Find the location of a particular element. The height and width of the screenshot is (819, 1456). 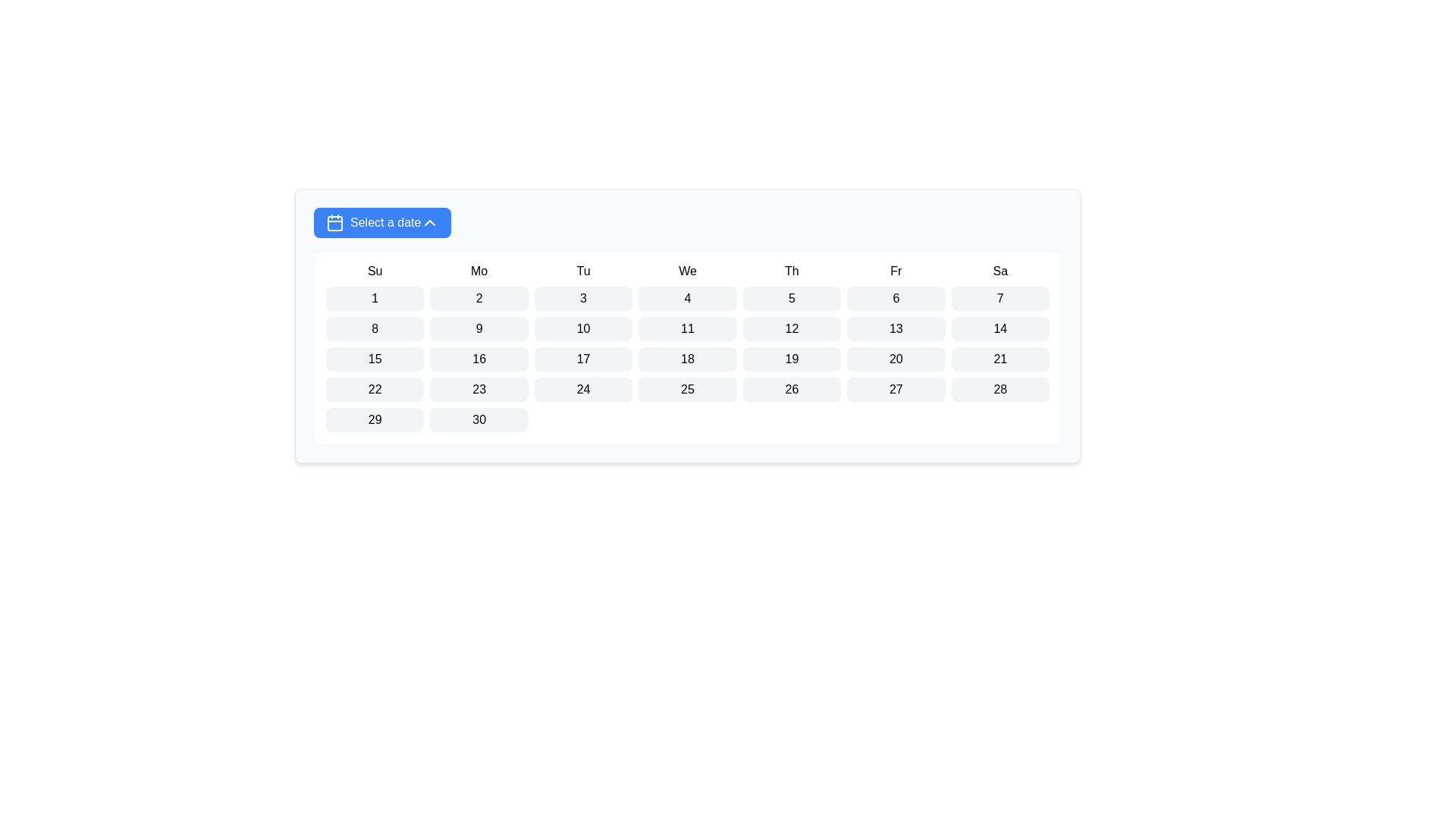

the date button in the calendar grid located in the first column of the fourth row to change its background color is located at coordinates (375, 388).